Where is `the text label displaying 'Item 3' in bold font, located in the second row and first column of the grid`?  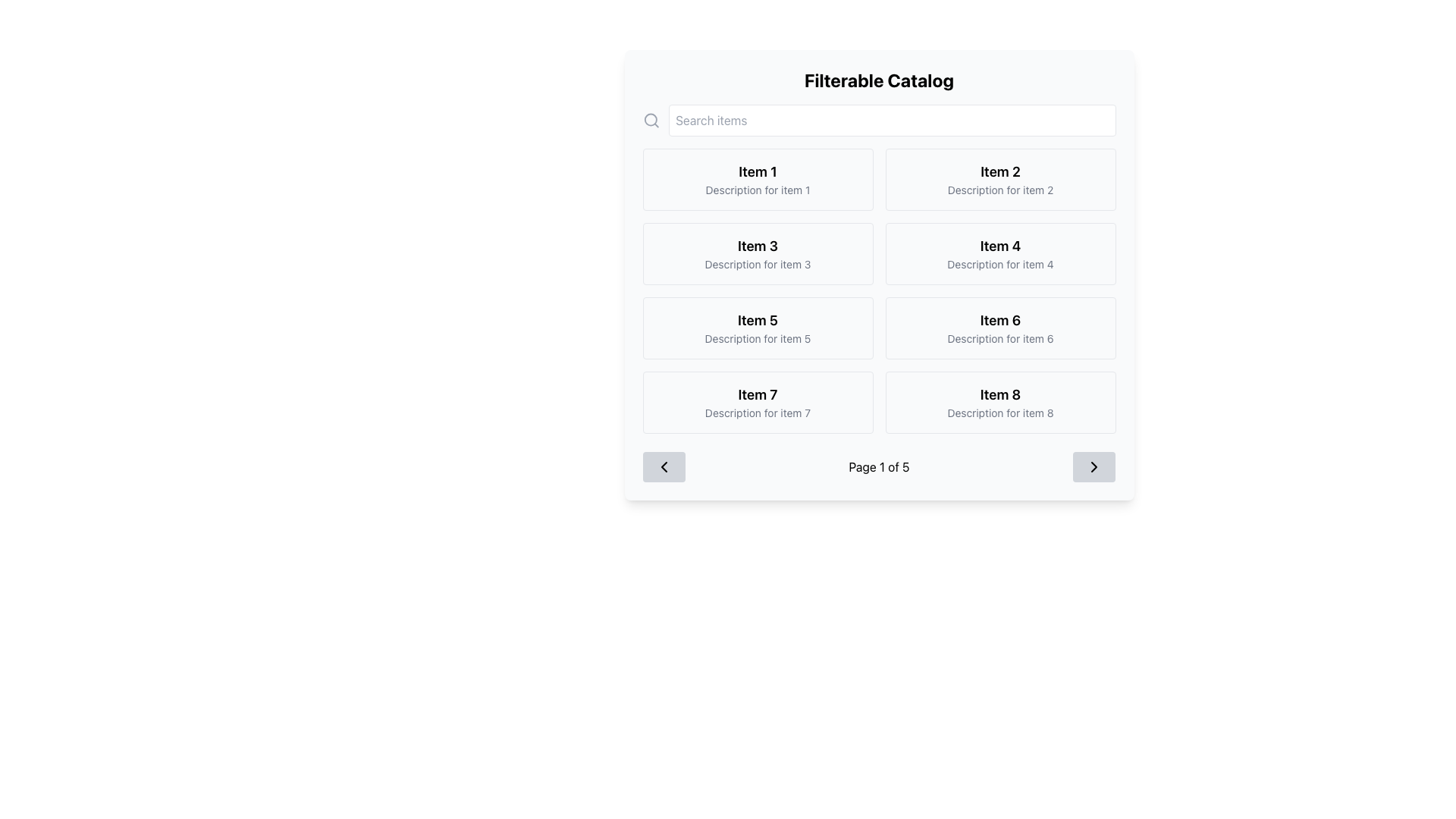 the text label displaying 'Item 3' in bold font, located in the second row and first column of the grid is located at coordinates (758, 245).